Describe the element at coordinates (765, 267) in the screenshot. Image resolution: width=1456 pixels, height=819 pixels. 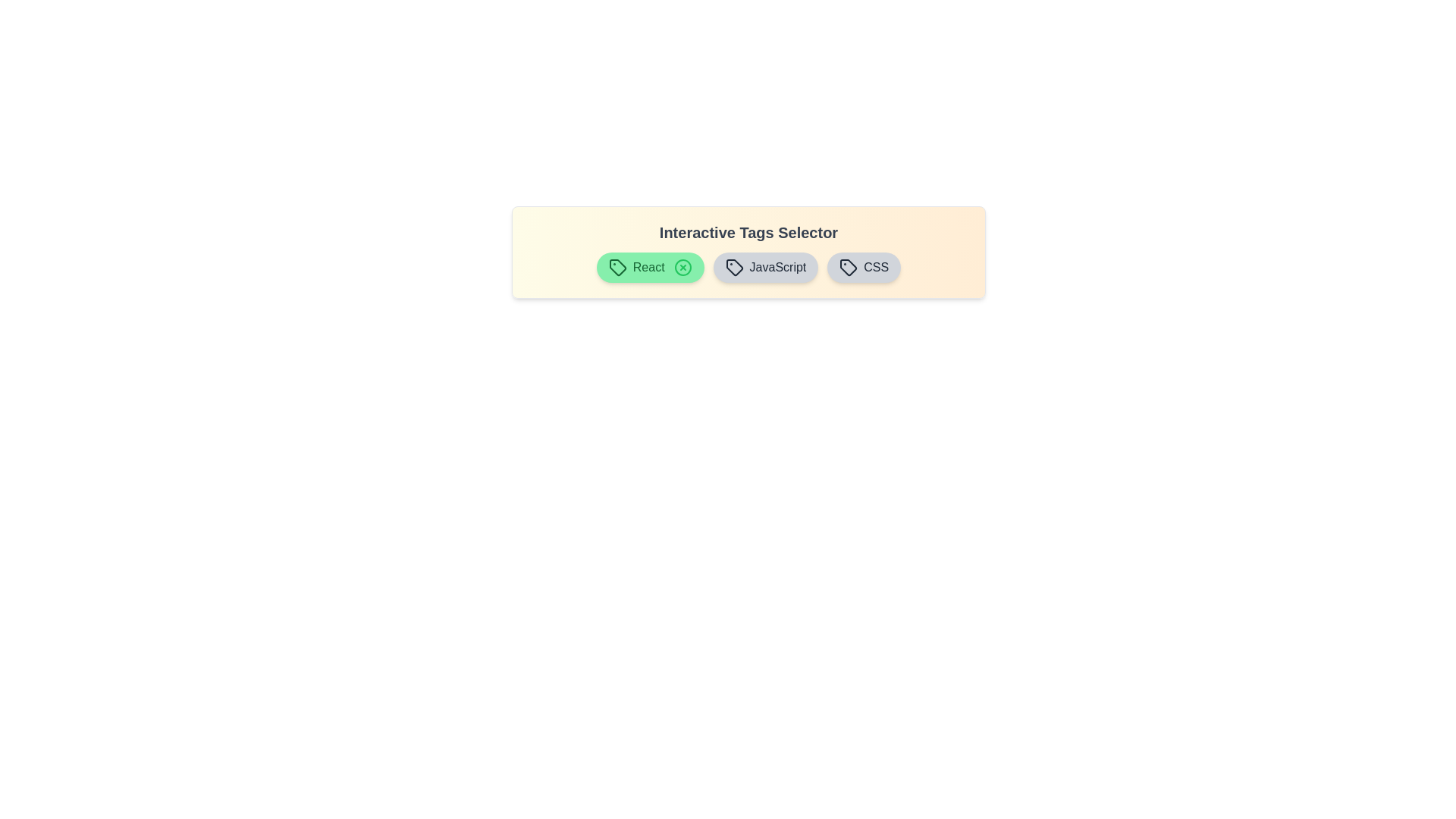
I see `the tag JavaScript` at that location.